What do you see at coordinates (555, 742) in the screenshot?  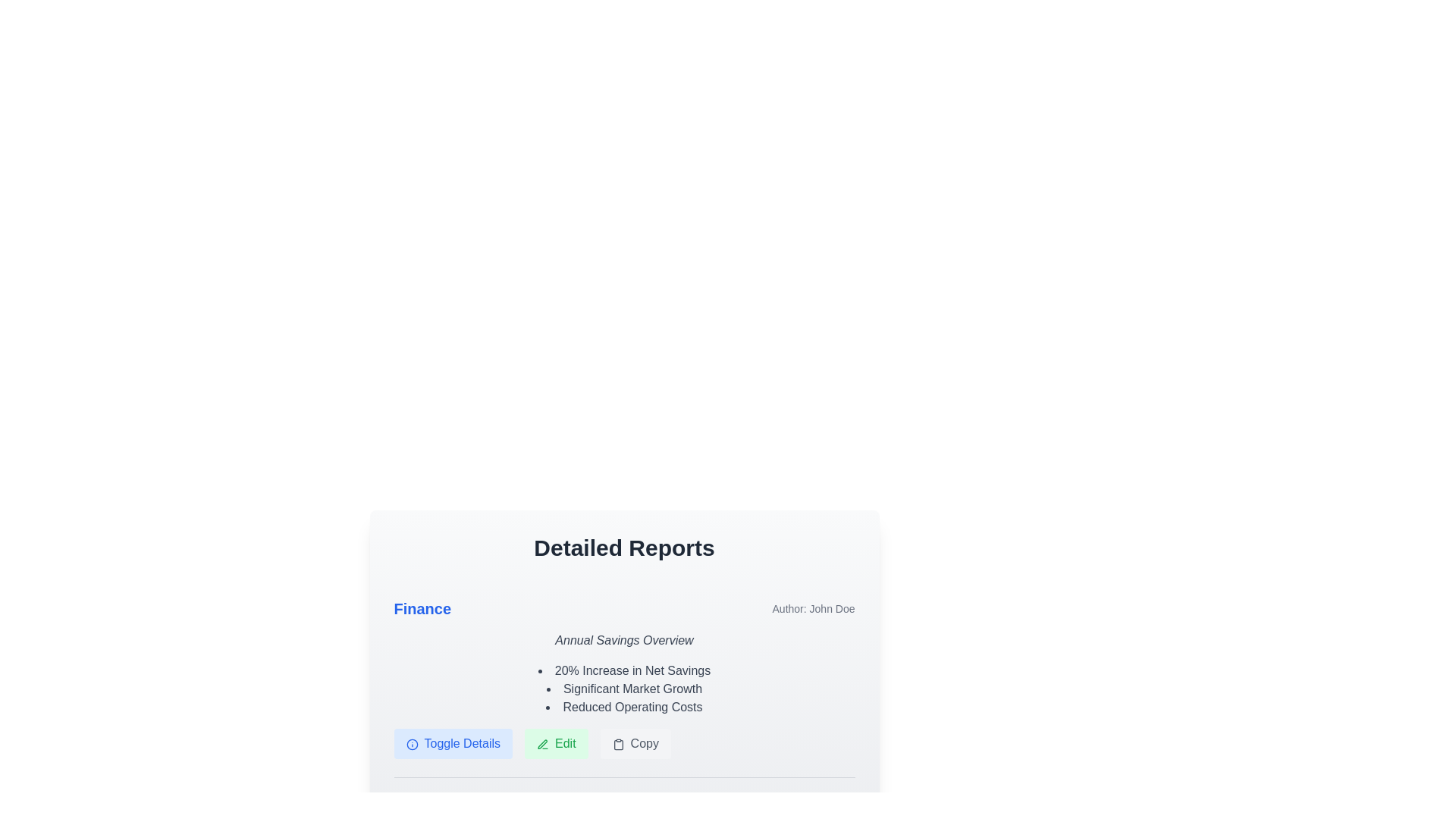 I see `the second button from the left in a row of three buttons at the bottom of the panel to initiate the editing process` at bounding box center [555, 742].